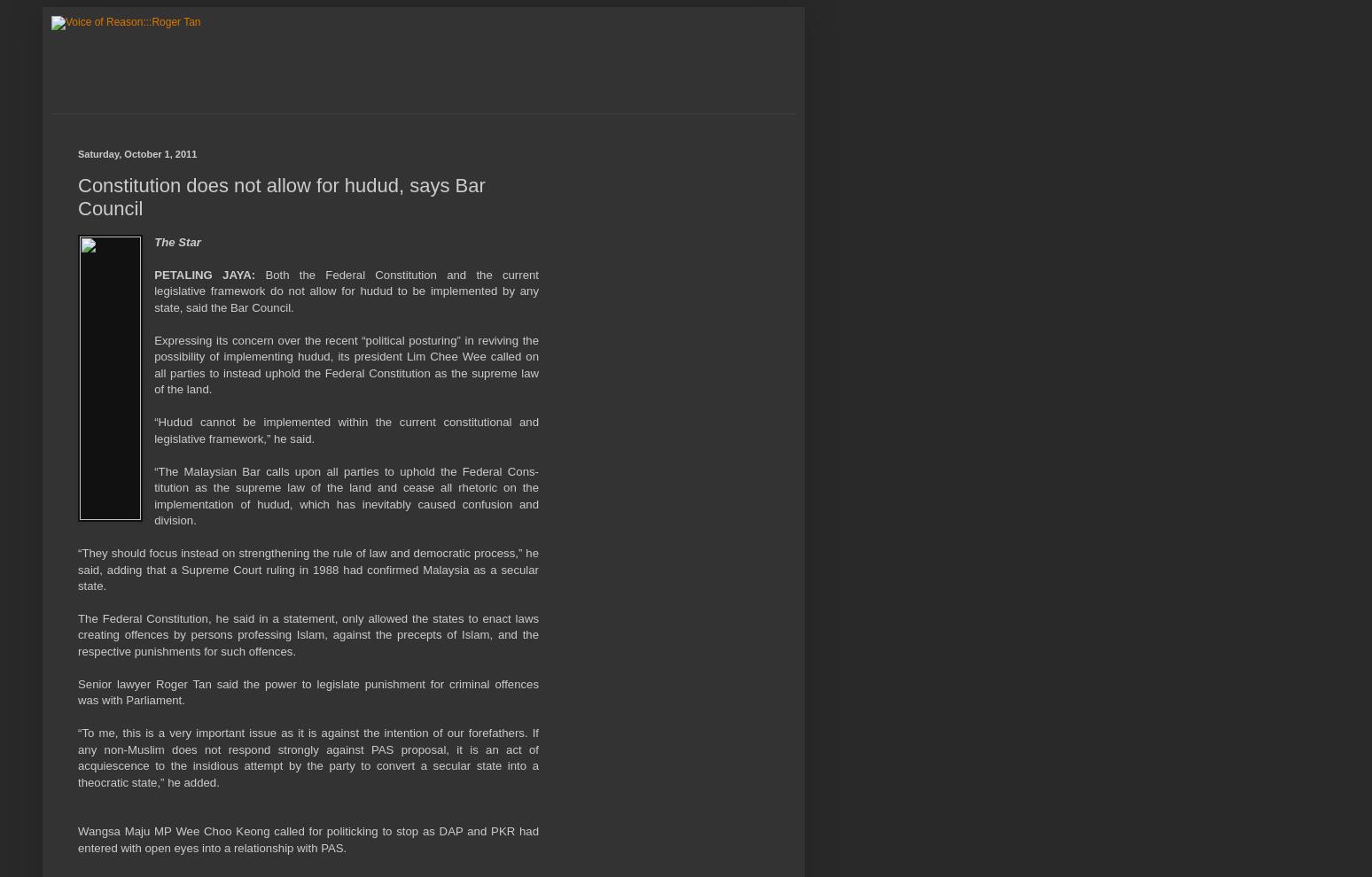 This screenshot has width=1372, height=877. Describe the element at coordinates (136, 154) in the screenshot. I see `'Saturday, October 1, 2011'` at that location.